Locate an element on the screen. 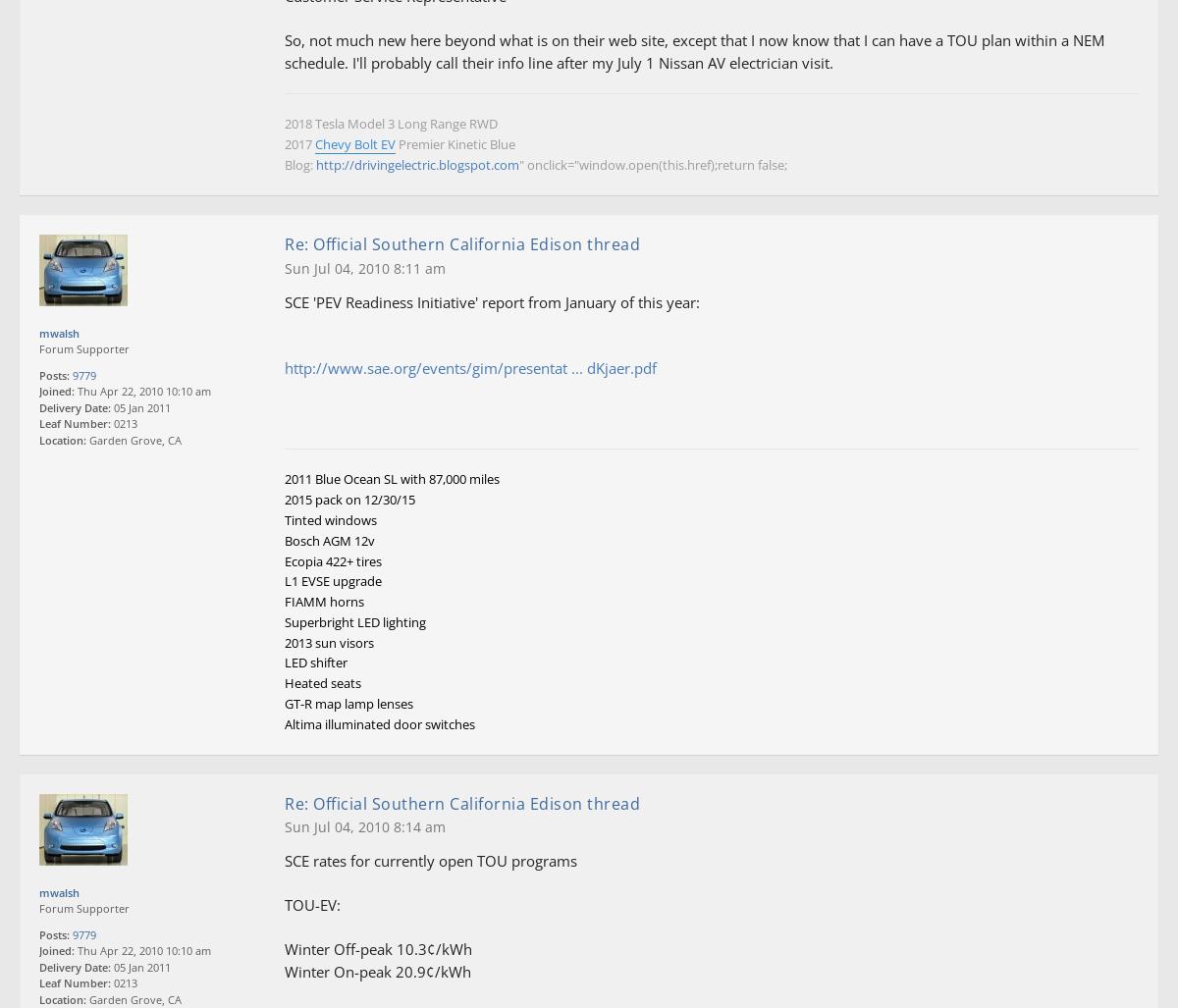 Image resolution: width=1178 pixels, height=1008 pixels. 'Heated seats' is located at coordinates (323, 682).